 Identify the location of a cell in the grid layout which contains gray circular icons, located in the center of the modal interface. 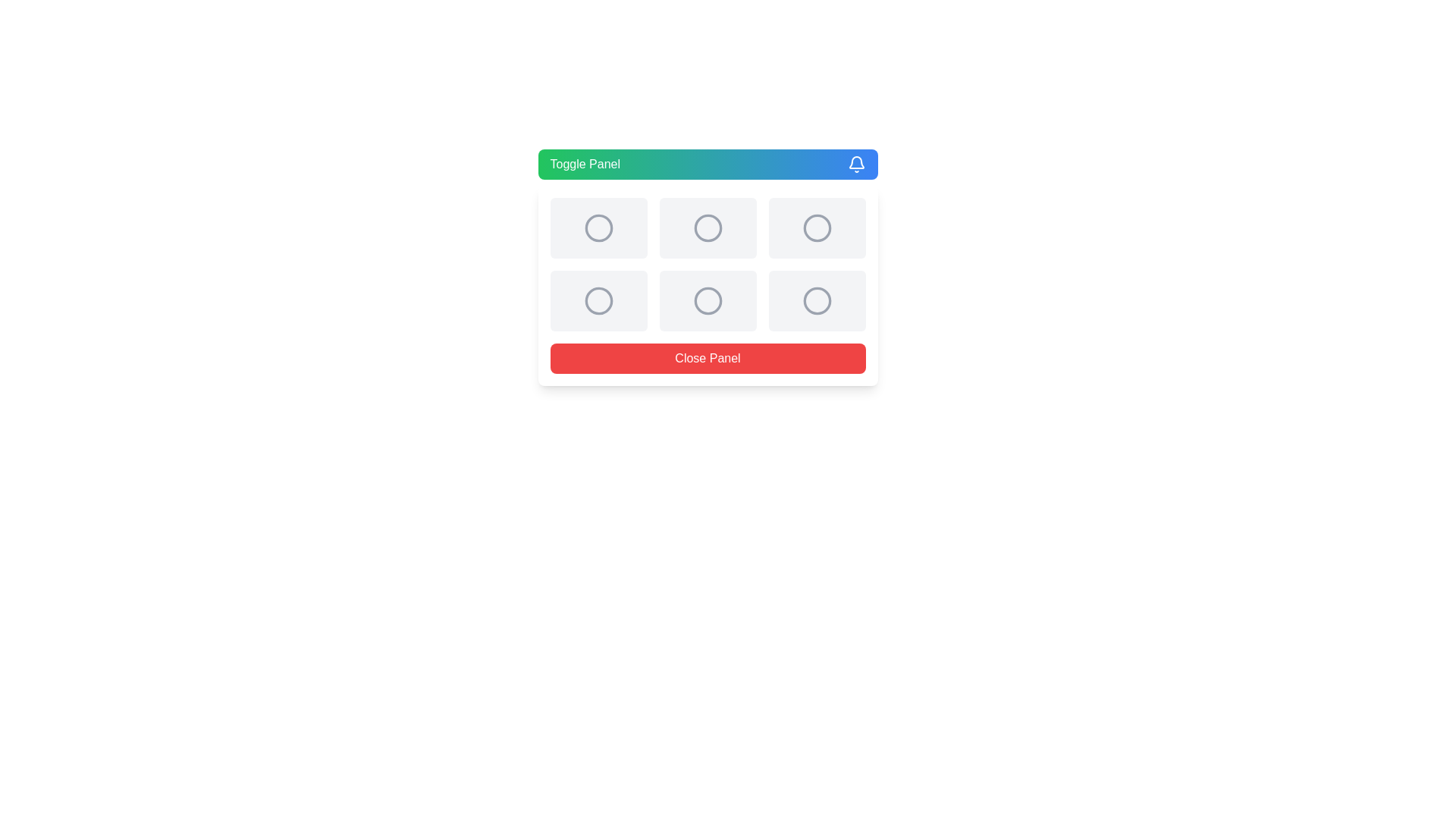
(707, 263).